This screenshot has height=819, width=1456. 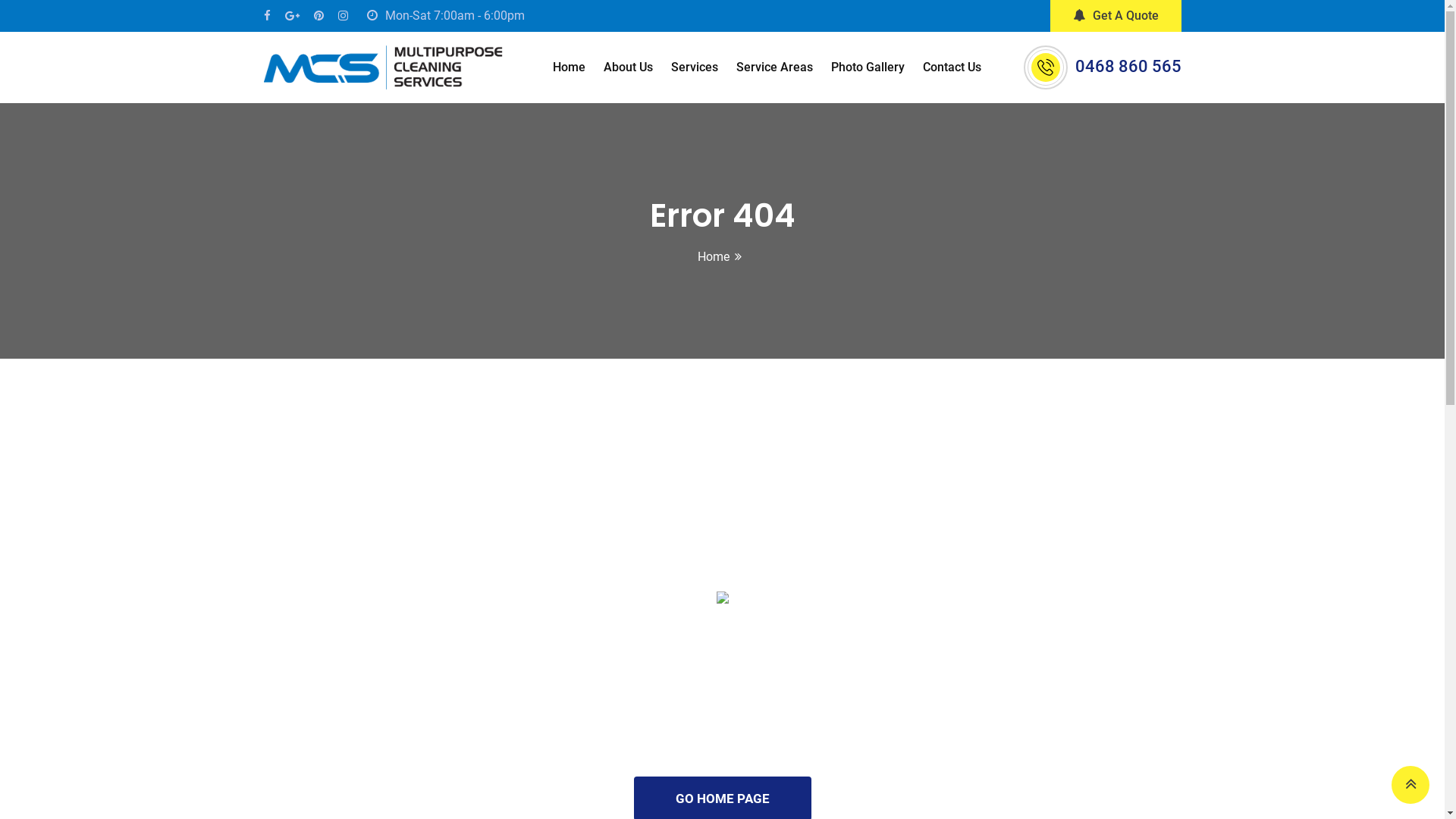 I want to click on 'Contact Us', so click(x=951, y=66).